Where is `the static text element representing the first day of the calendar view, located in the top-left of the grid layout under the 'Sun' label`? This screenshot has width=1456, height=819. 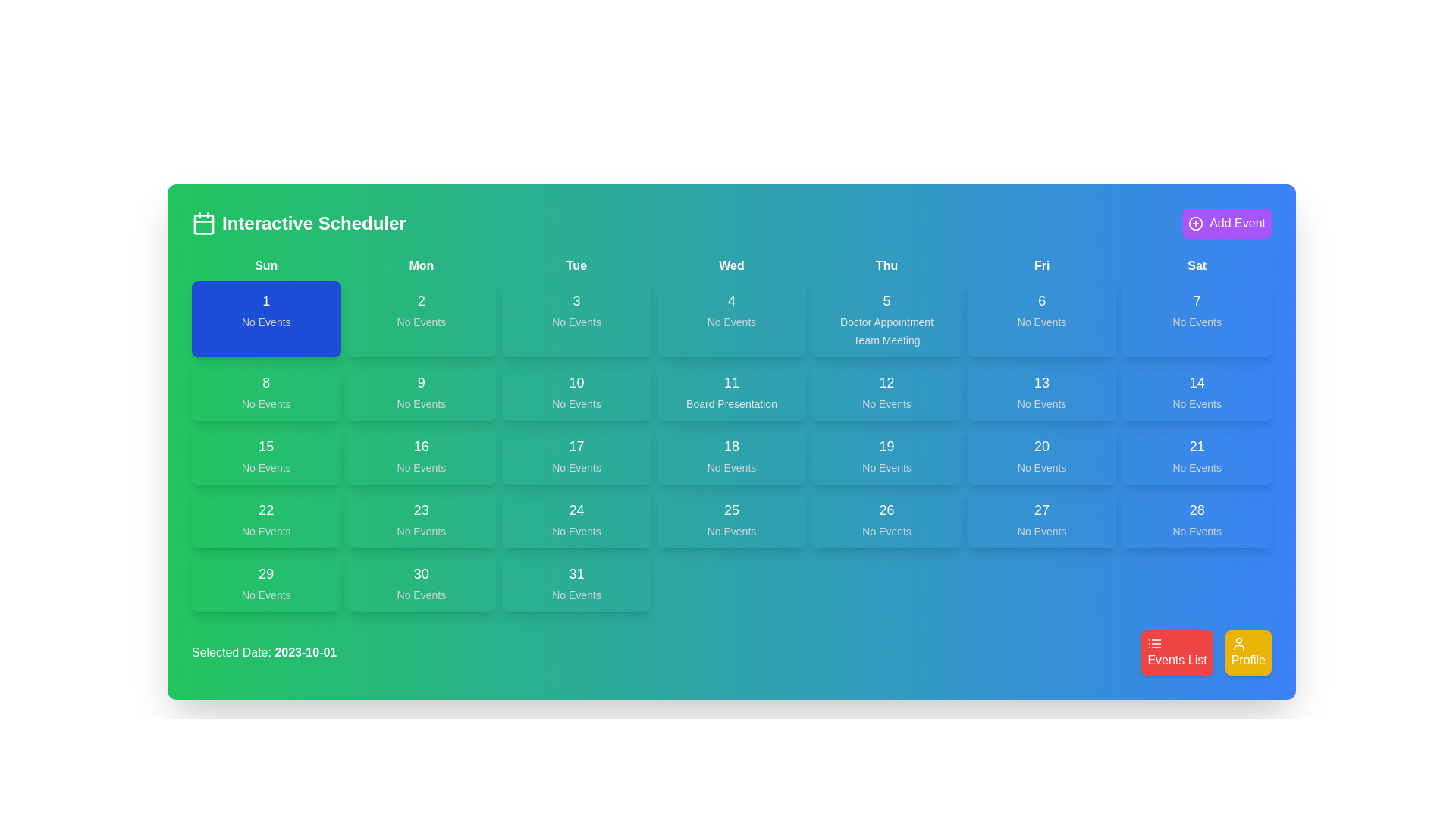
the static text element representing the first day of the calendar view, located in the top-left of the grid layout under the 'Sun' label is located at coordinates (266, 301).